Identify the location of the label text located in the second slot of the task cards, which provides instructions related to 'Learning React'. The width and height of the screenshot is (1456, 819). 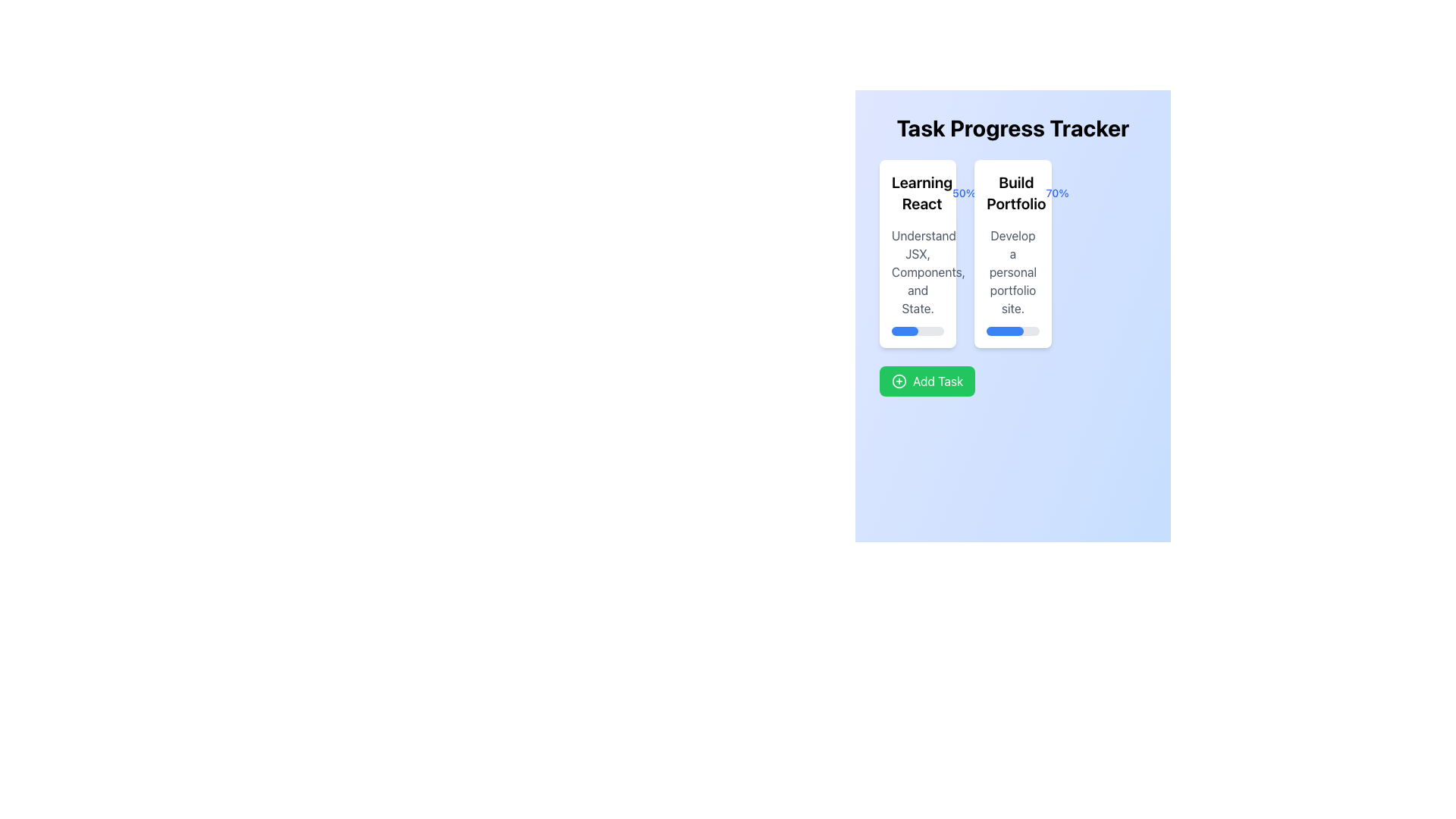
(917, 271).